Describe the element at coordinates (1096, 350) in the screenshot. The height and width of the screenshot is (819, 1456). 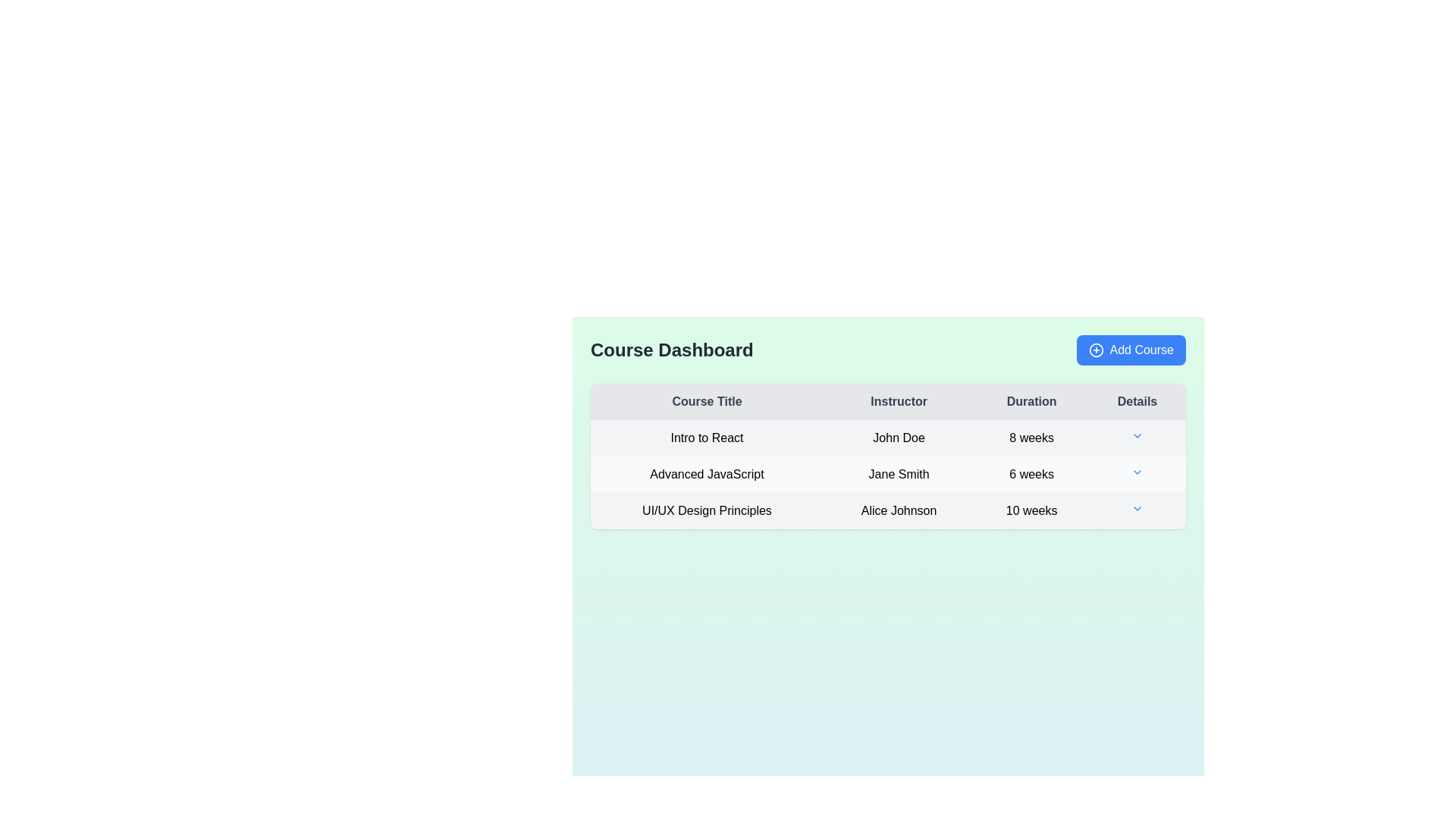
I see `circular '+' icon located within the blue rectangular 'Add Course' button, positioned towards the left edge of the button` at that location.